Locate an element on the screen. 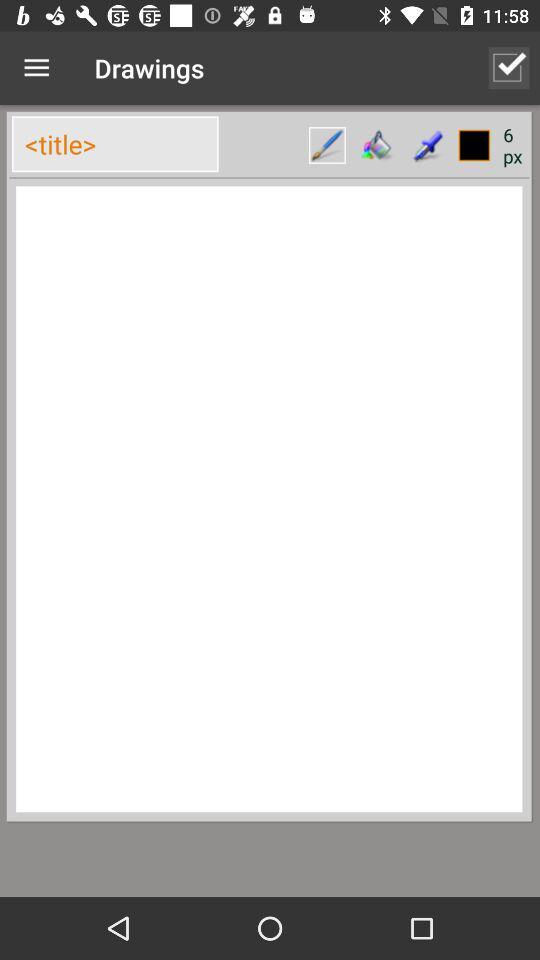  the edit icon is located at coordinates (327, 144).